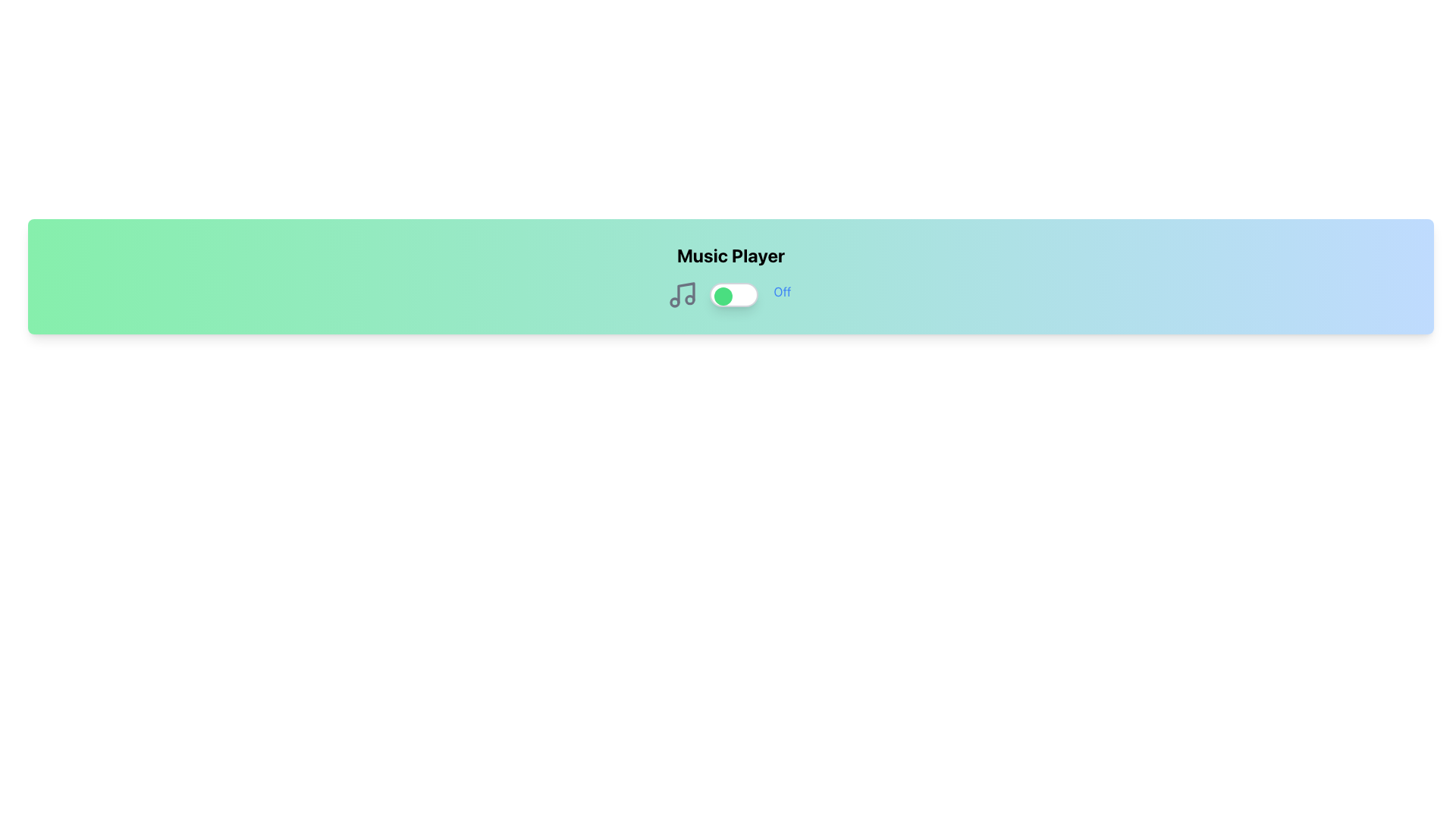 This screenshot has height=819, width=1456. I want to click on the upper right circle of the Decorative SVG component within the music note icon, which is located next to the 'Off' toggle switch on the gradient bar, so click(689, 299).